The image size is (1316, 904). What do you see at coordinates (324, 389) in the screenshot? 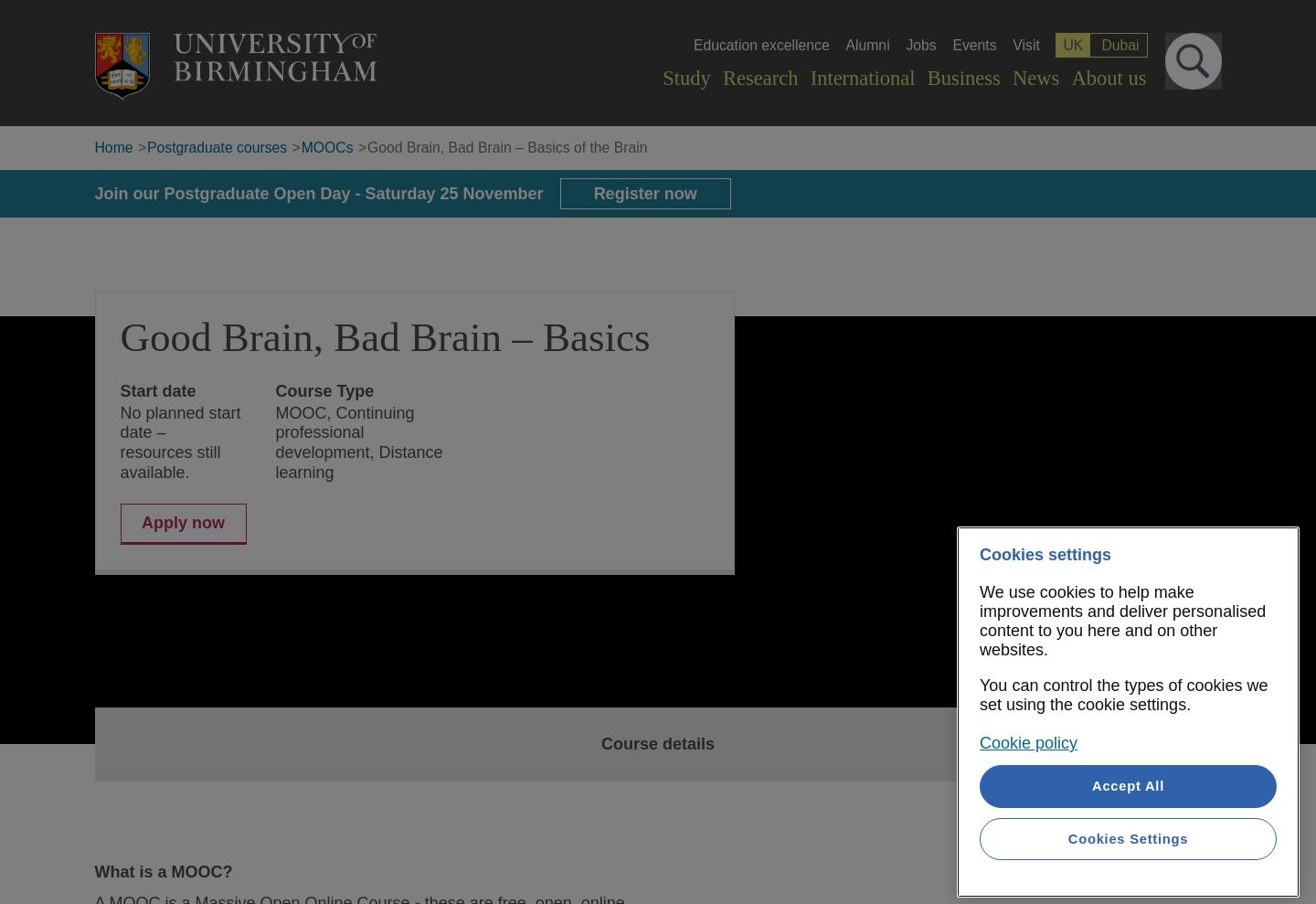
I see `'Course Type'` at bounding box center [324, 389].